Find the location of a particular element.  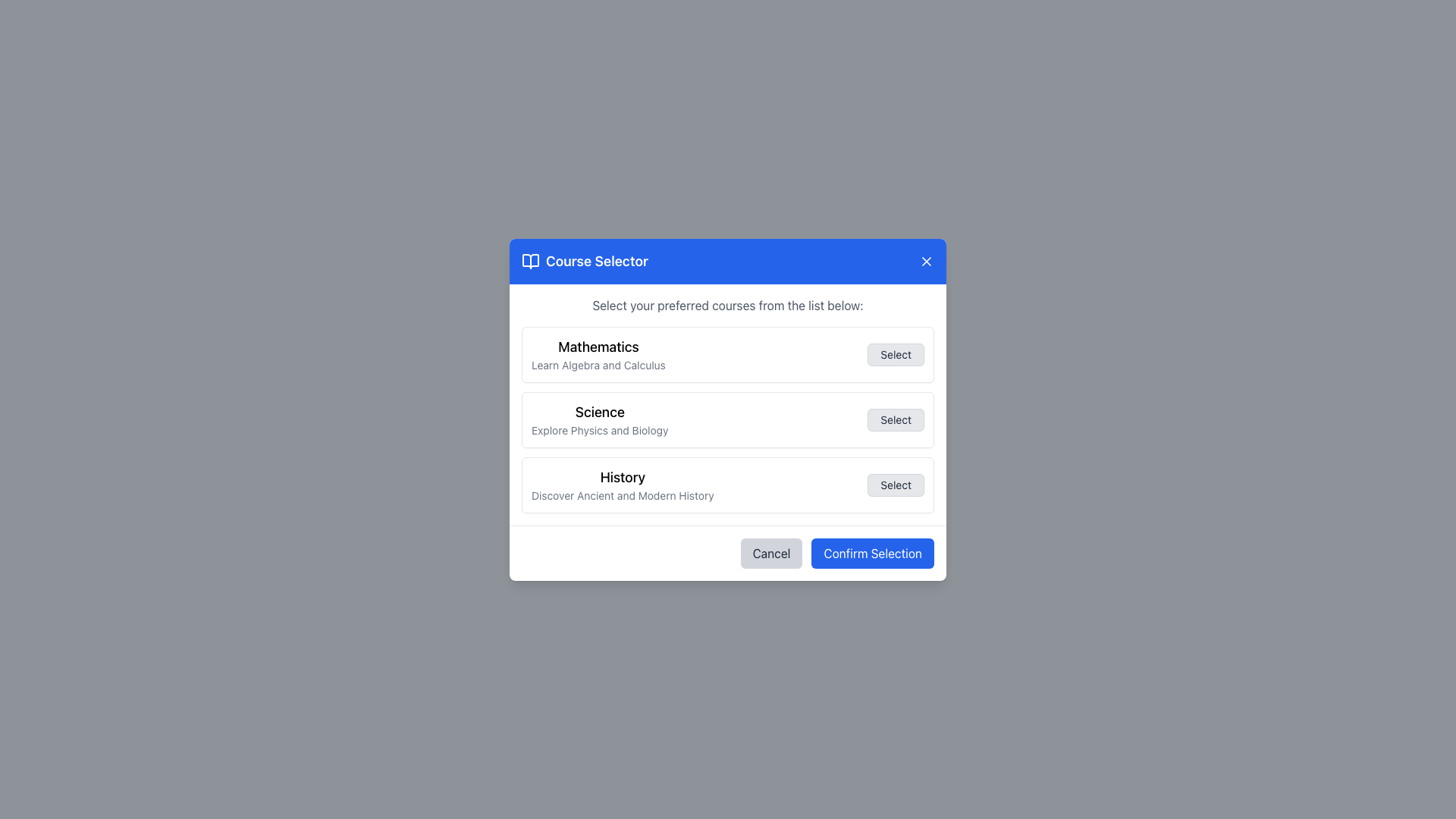

the Close or dismiss icon button located at the top-right corner of the 'Course Selector' dialog box is located at coordinates (926, 259).